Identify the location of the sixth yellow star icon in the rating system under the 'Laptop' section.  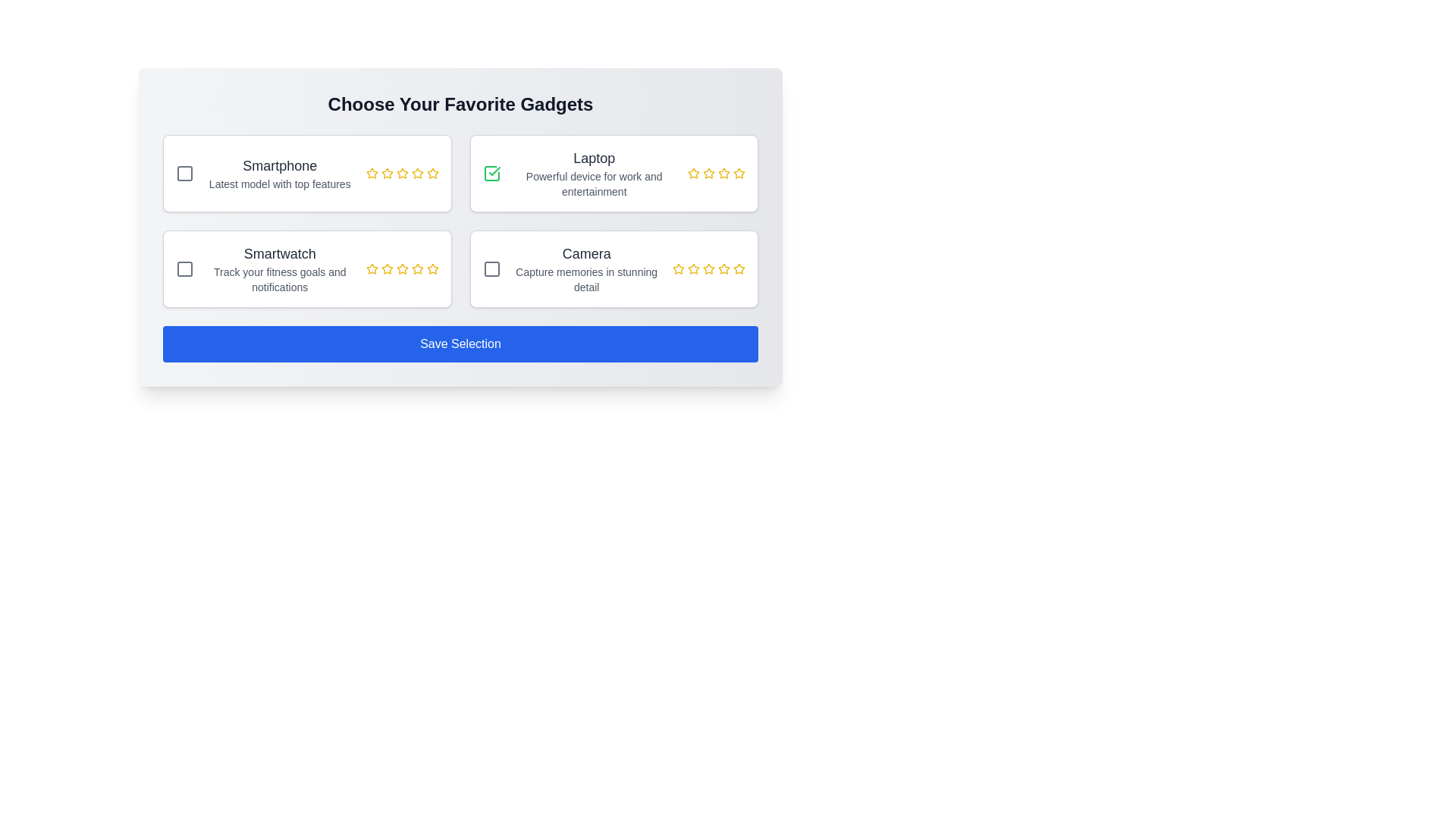
(739, 172).